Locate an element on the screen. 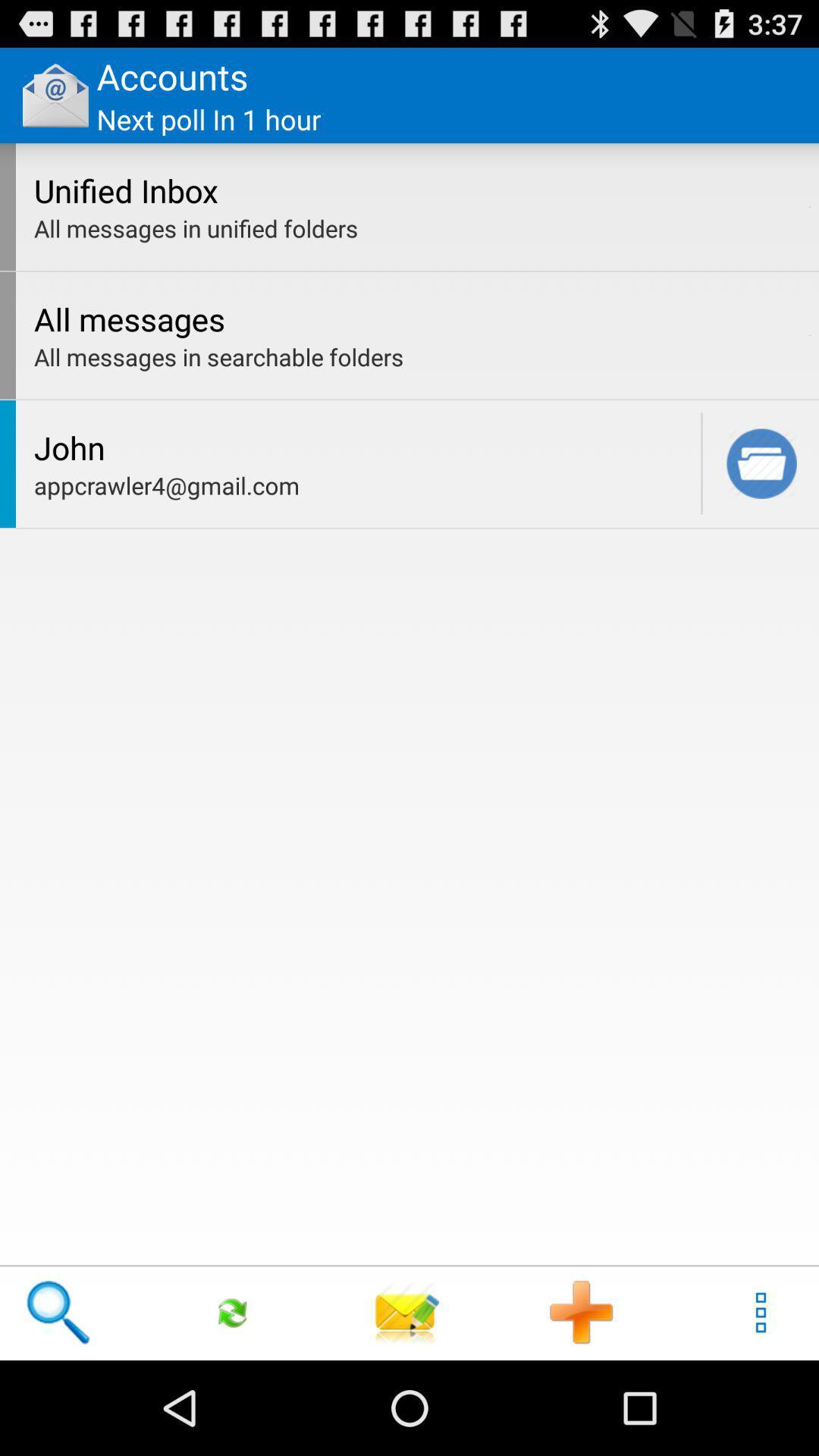  icon below appcrawler4@gmail.com icon is located at coordinates (233, 1312).